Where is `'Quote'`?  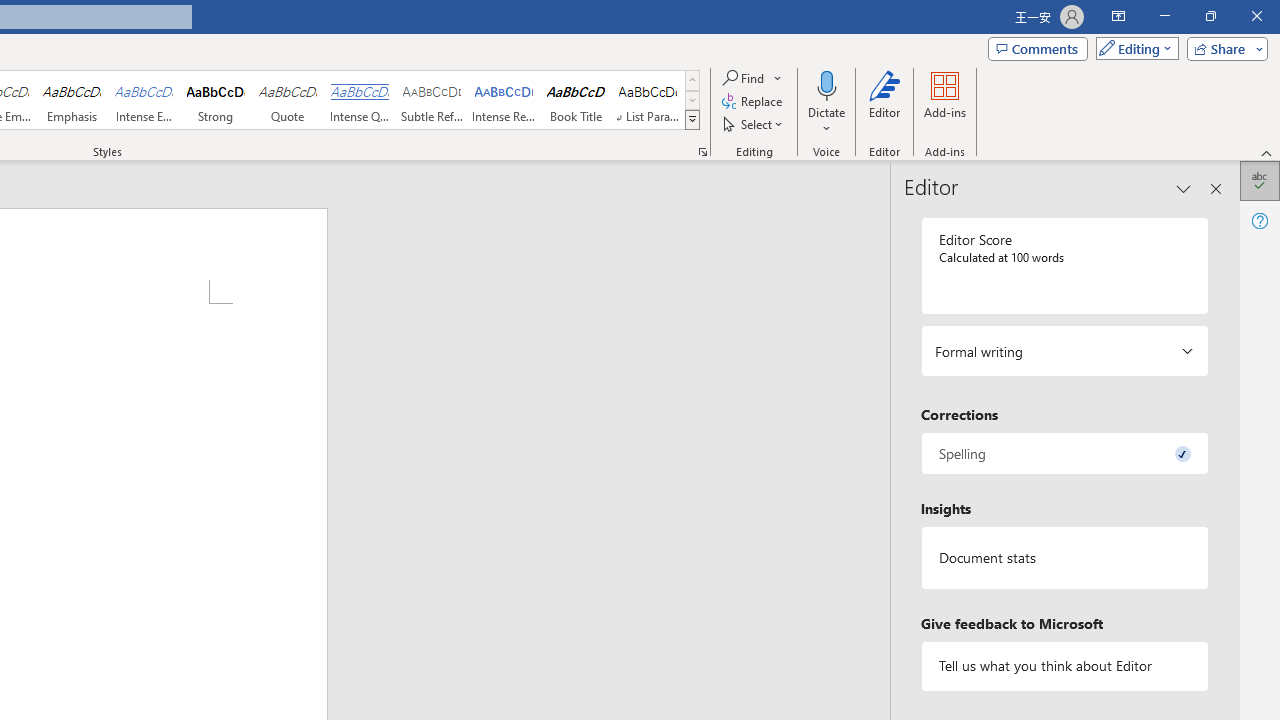 'Quote' is located at coordinates (287, 100).